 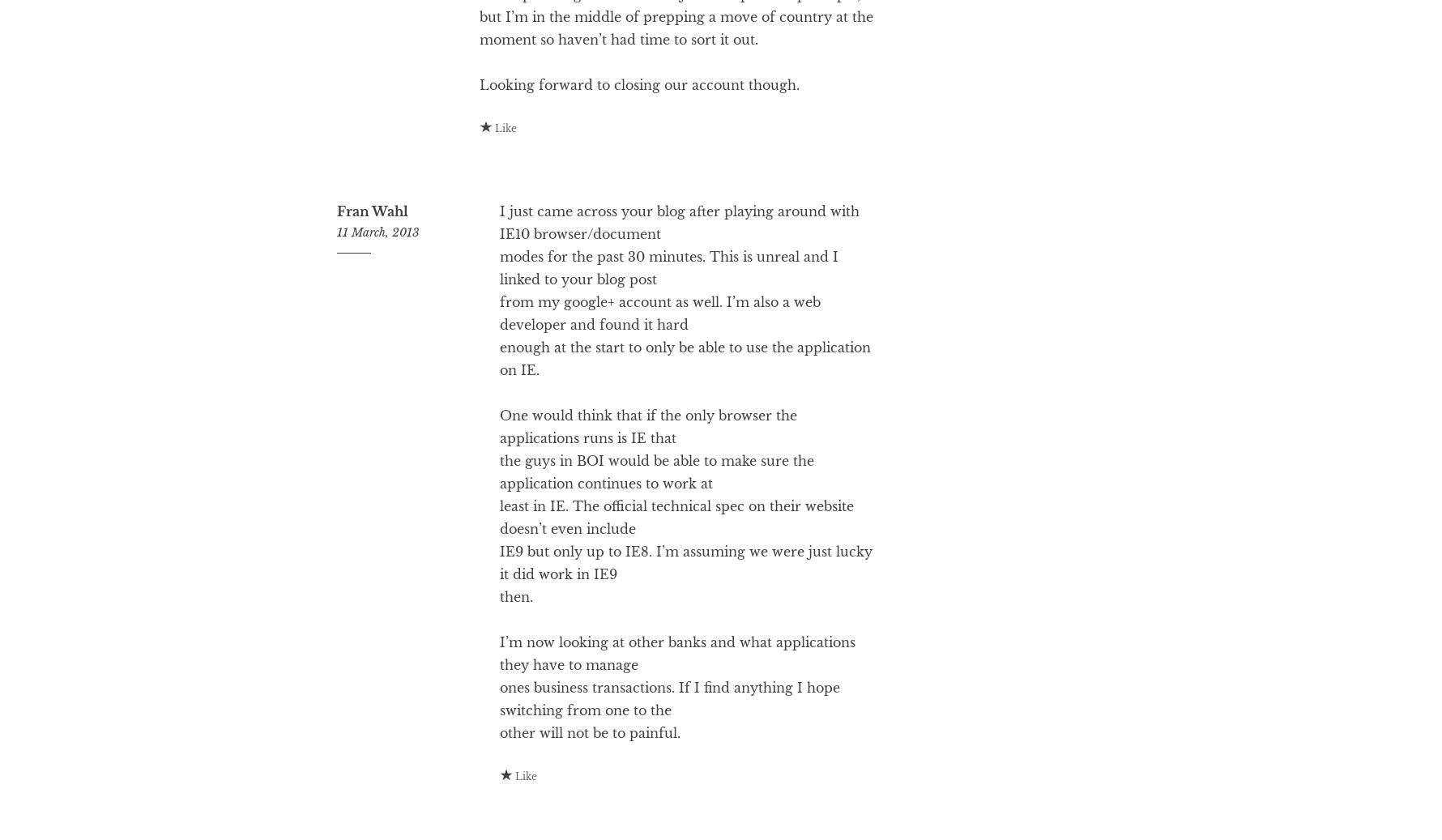 What do you see at coordinates (639, 149) in the screenshot?
I see `'Looking forward to closing our account though.'` at bounding box center [639, 149].